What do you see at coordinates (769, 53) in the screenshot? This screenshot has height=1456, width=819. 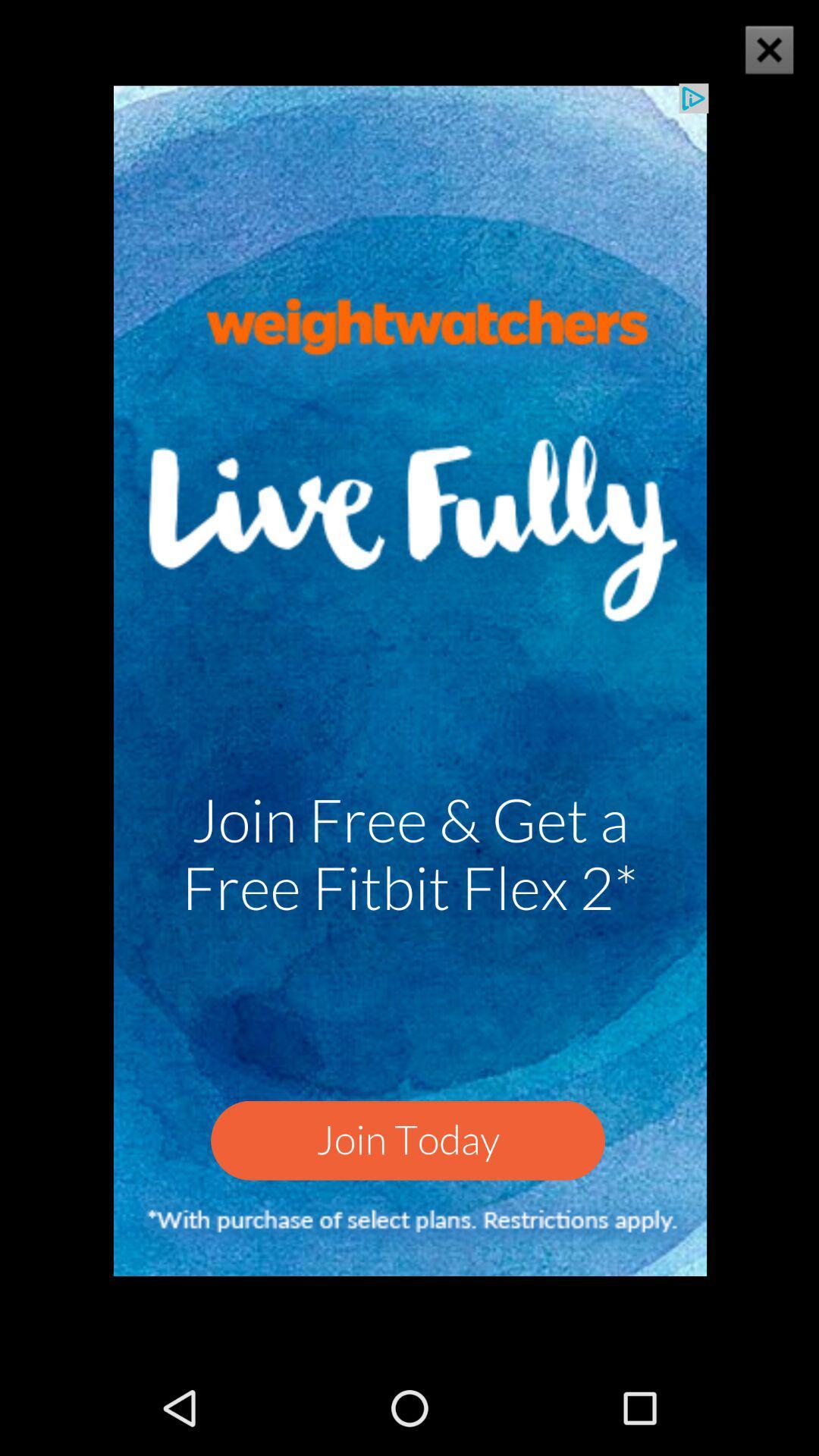 I see `the close icon` at bounding box center [769, 53].